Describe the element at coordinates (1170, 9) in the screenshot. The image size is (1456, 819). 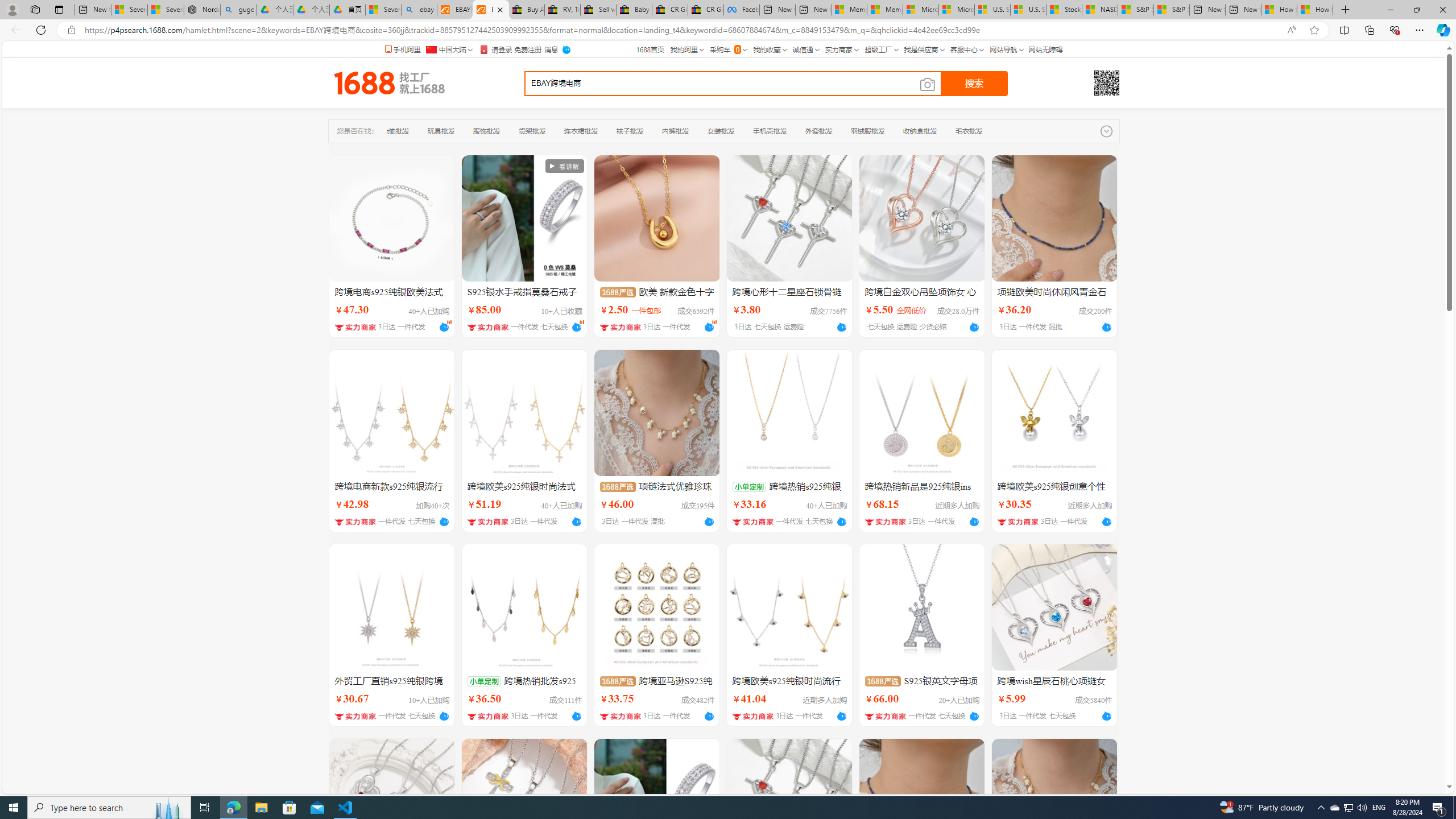
I see `'S&P 500, Nasdaq end lower, weighed by Nvidia dip | Watch'` at that location.